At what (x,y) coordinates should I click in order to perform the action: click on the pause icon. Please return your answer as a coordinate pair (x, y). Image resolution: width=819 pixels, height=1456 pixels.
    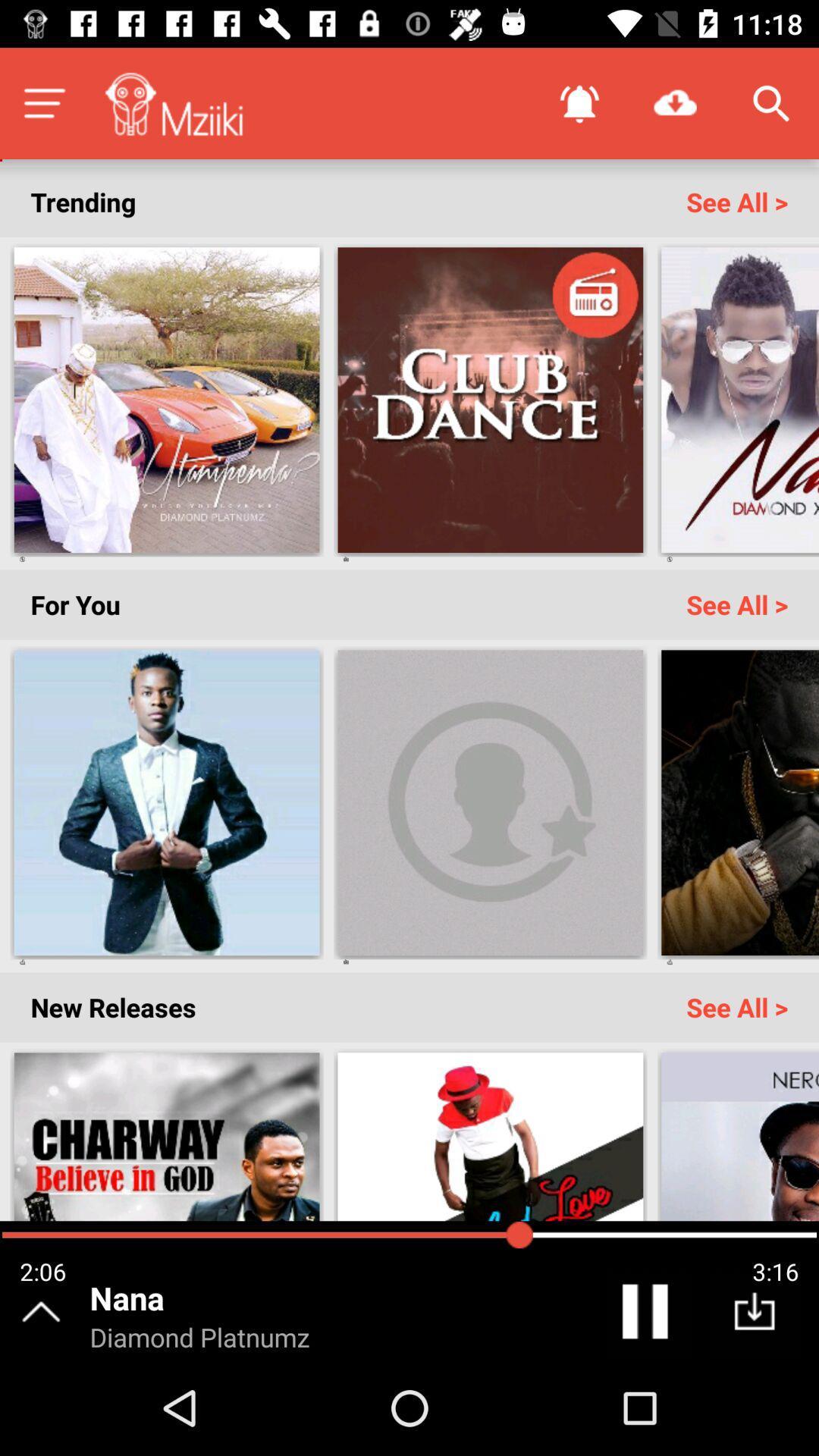
    Looking at the image, I should click on (648, 1314).